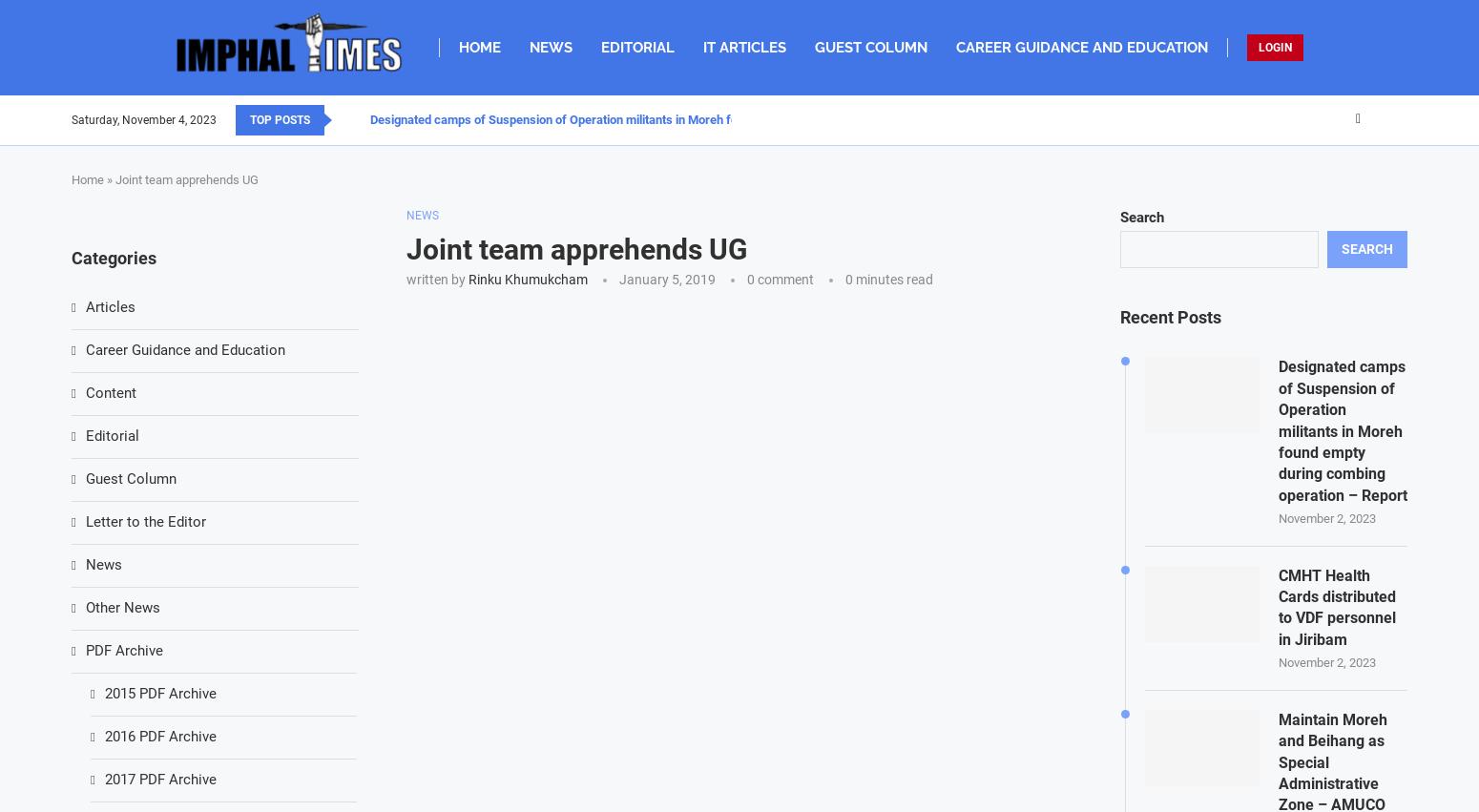 This screenshot has width=1479, height=812. Describe the element at coordinates (1274, 47) in the screenshot. I see `'LOGIN'` at that location.